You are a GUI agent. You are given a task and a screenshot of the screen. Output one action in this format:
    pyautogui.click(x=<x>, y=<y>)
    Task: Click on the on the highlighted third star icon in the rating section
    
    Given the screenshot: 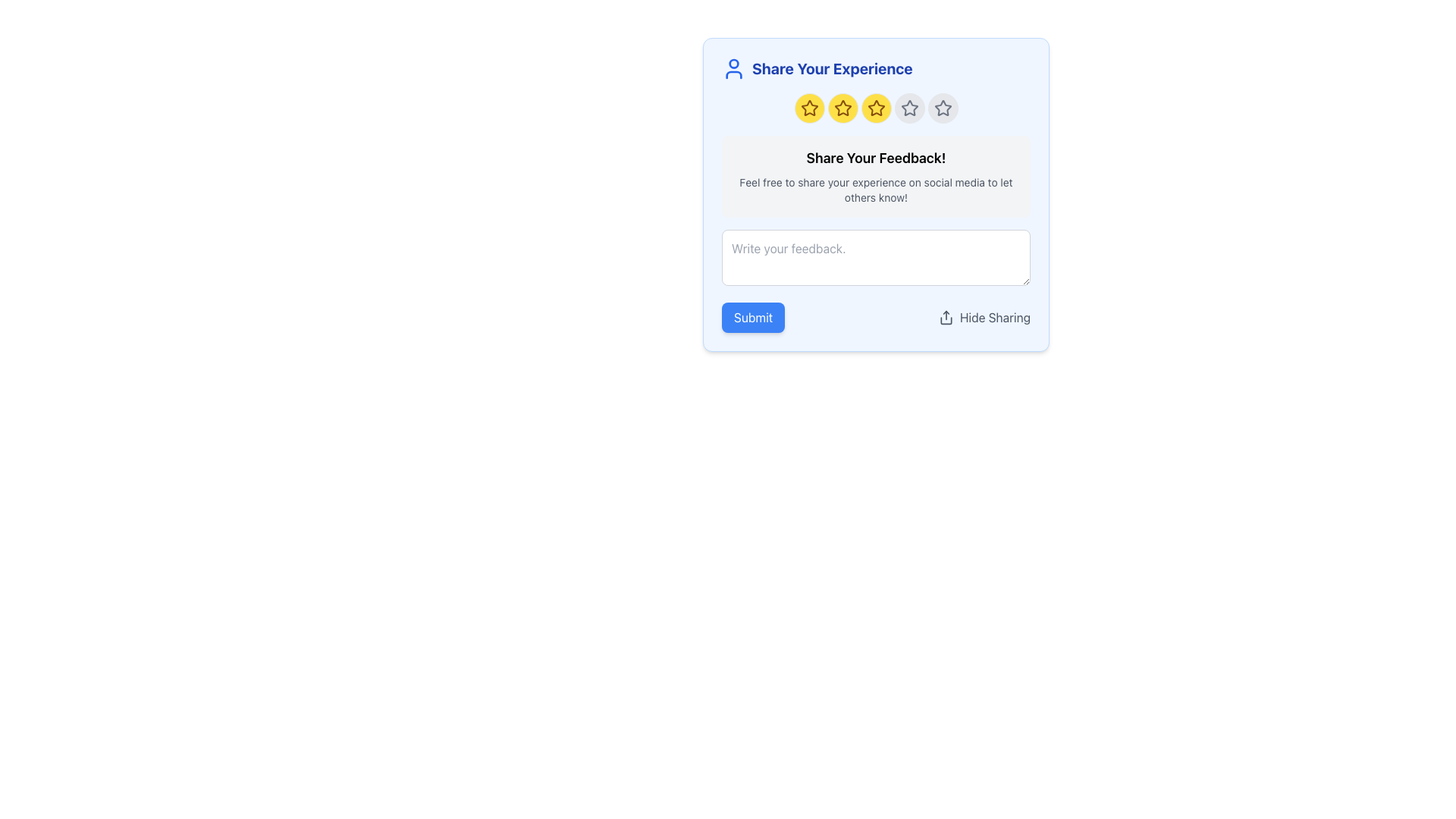 What is the action you would take?
    pyautogui.click(x=876, y=107)
    